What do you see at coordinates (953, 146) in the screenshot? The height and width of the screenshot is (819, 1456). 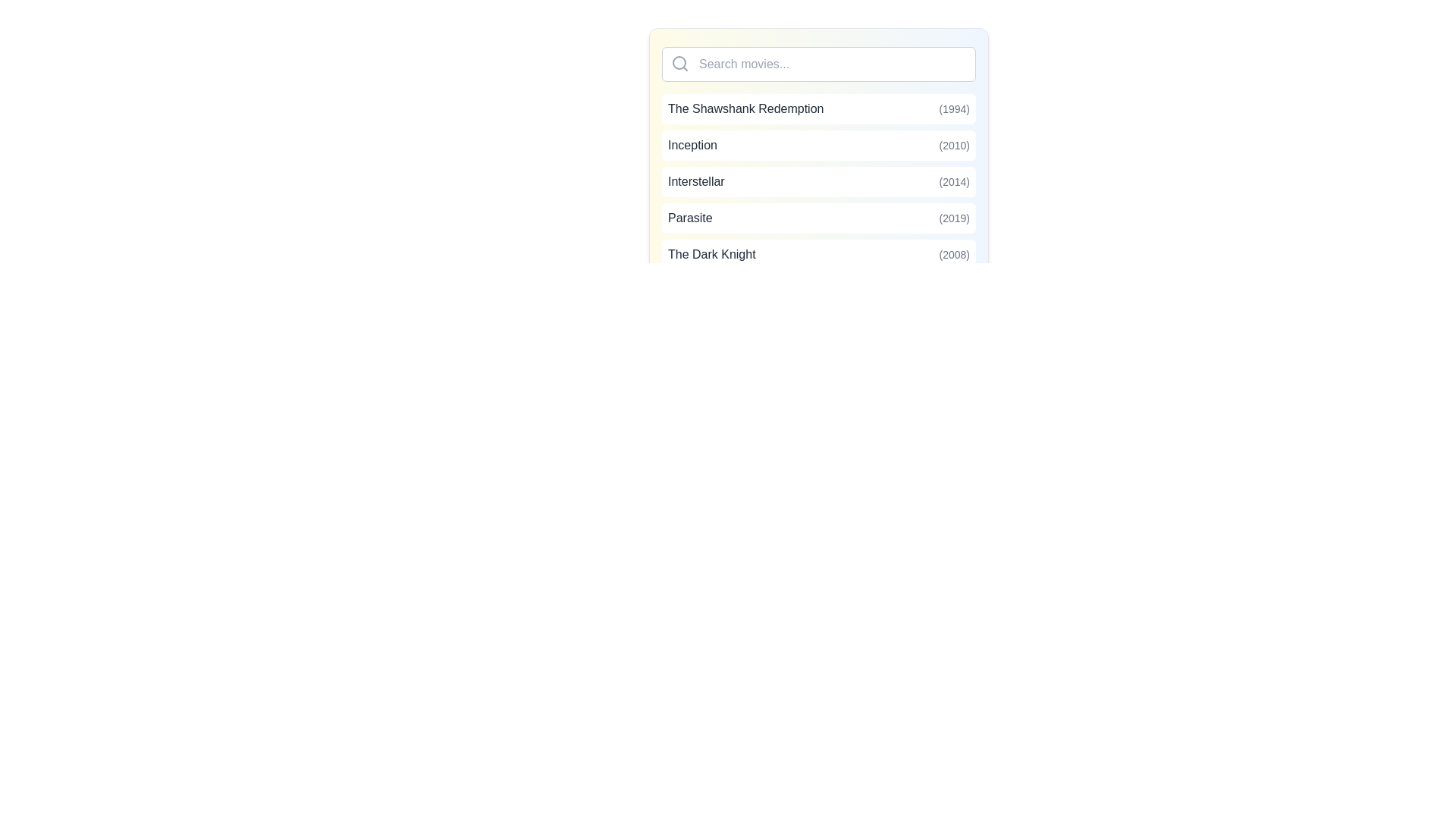 I see `the text label displaying the year associated with the movie title 'Inception', which is located in the second row of the vertical list of movie titles, to the right of 'Inception'` at bounding box center [953, 146].